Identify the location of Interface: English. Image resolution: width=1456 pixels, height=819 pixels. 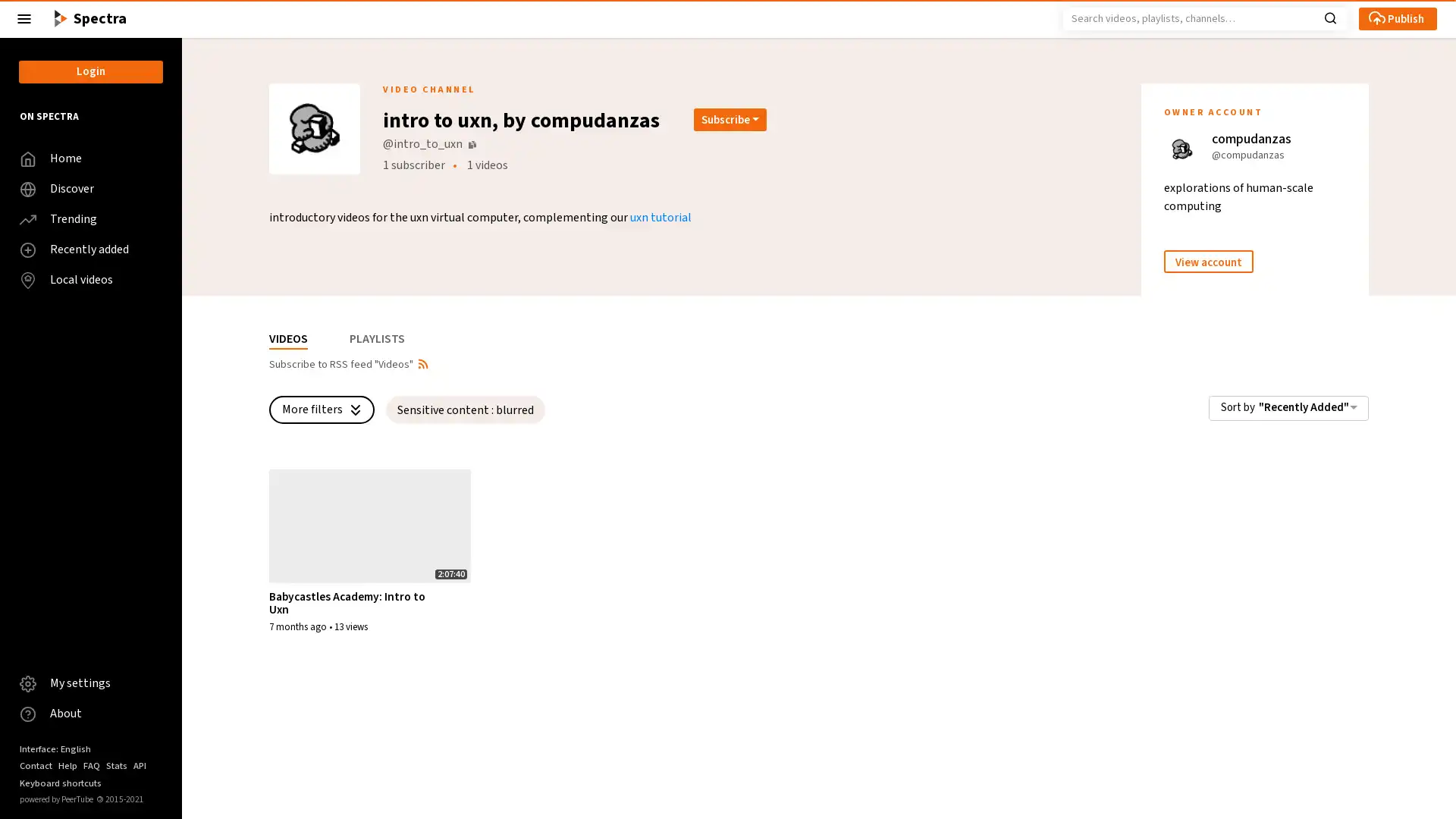
(55, 748).